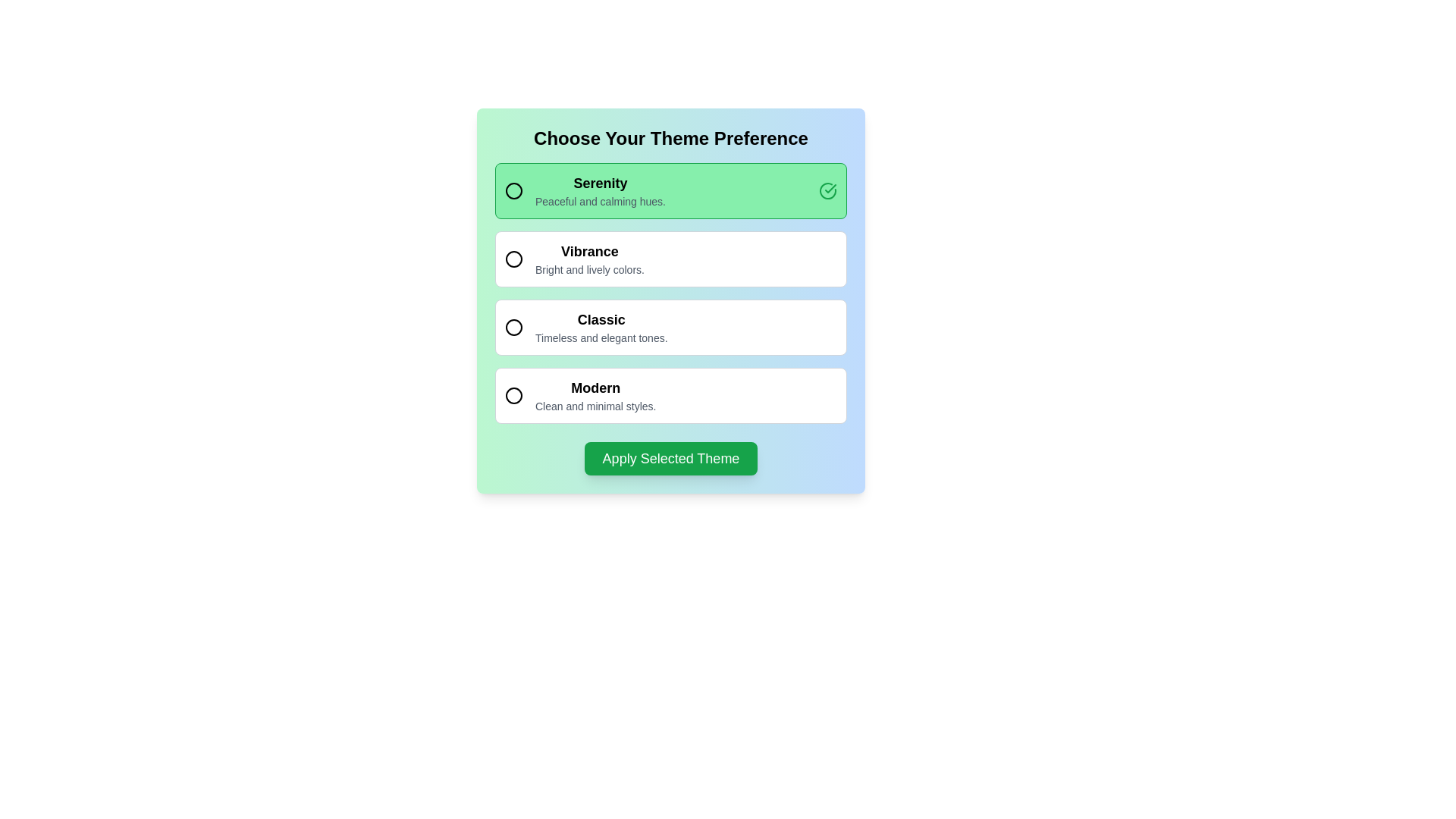  I want to click on the 'Classic' theme selectable card, so click(670, 301).